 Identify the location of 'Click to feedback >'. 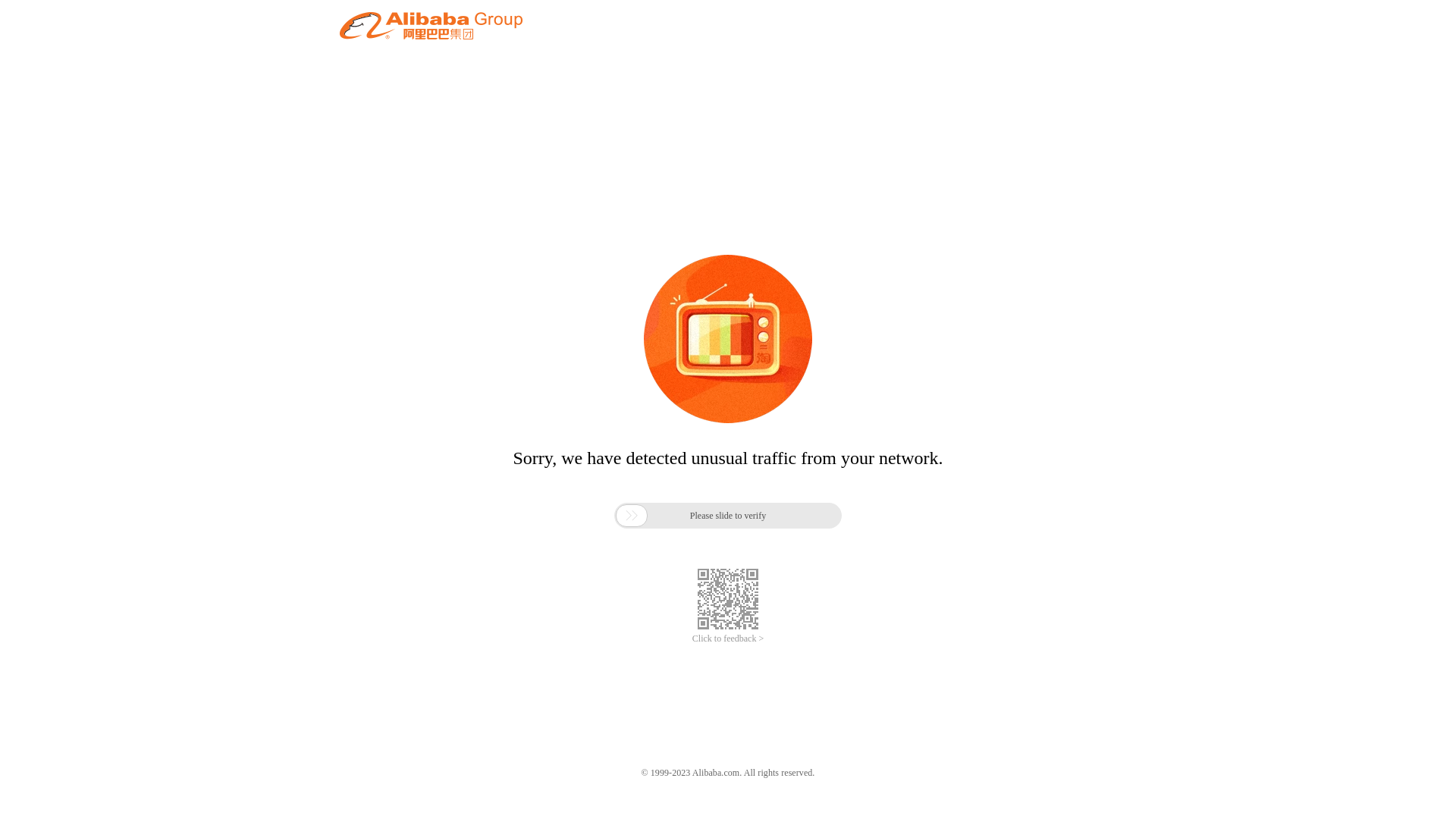
(691, 639).